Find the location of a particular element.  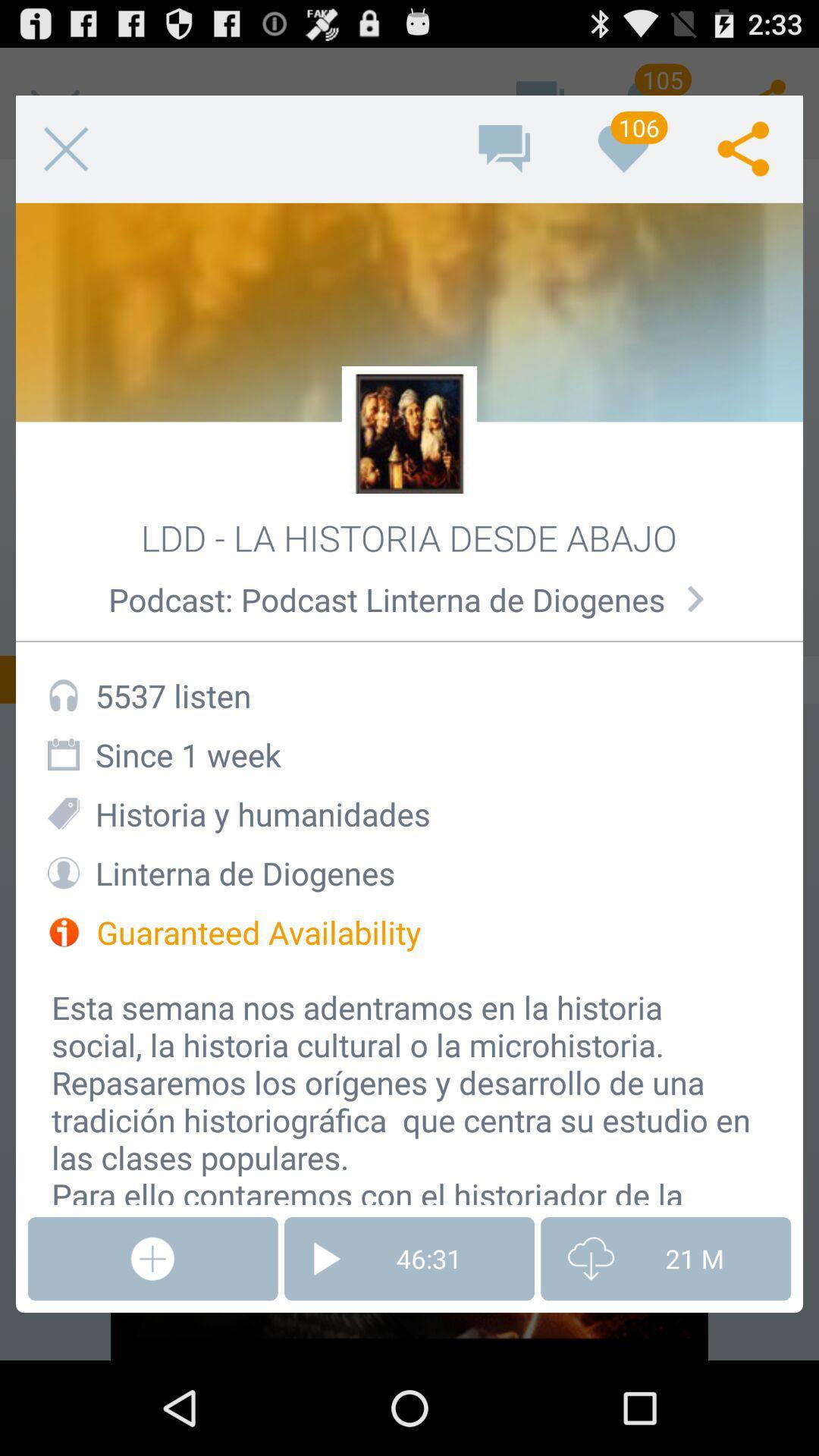

item below the esta semana nos is located at coordinates (665, 1259).